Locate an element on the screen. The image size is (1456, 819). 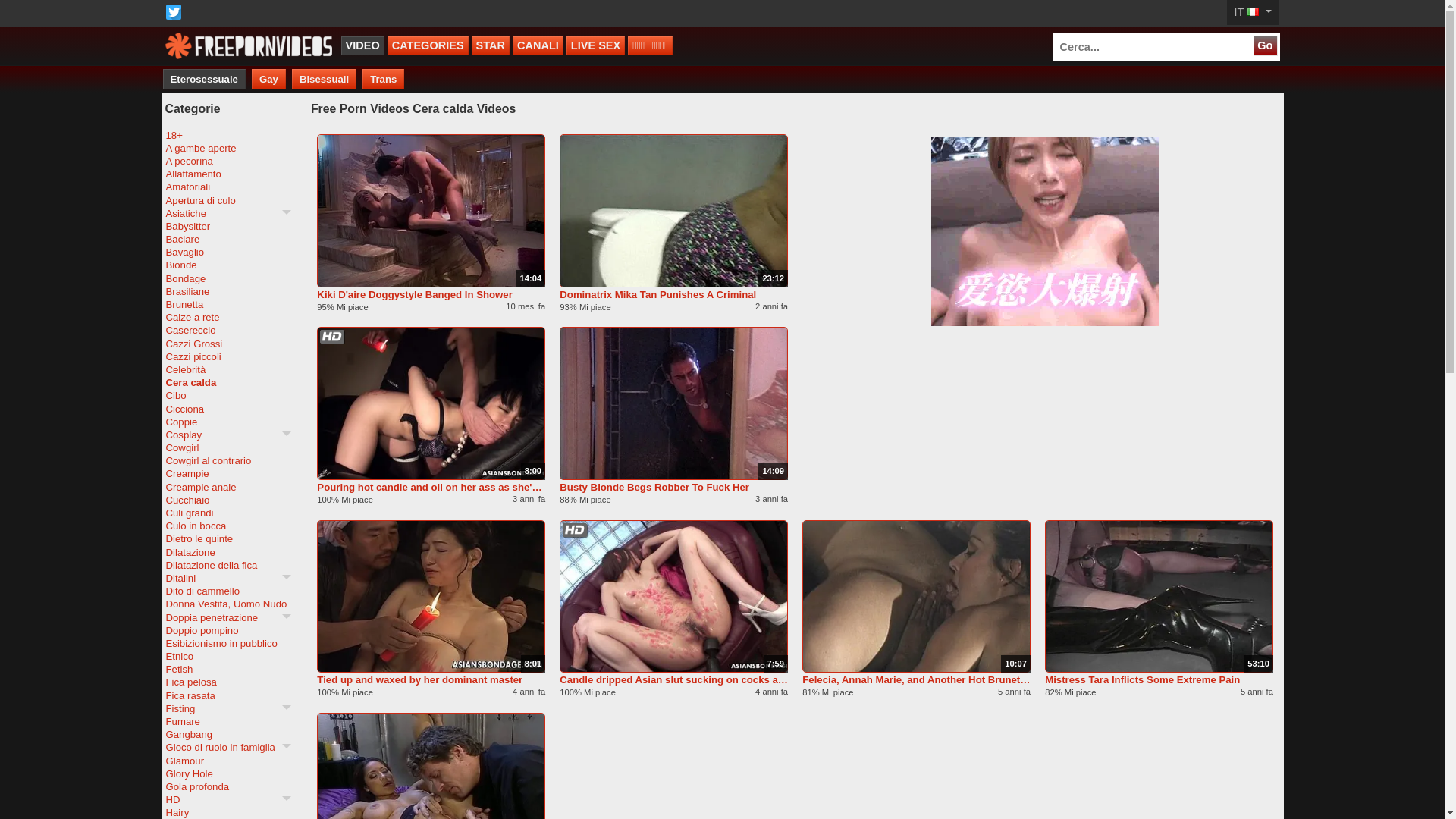
'Donna Vestita, Uomo Nudo' is located at coordinates (227, 603).